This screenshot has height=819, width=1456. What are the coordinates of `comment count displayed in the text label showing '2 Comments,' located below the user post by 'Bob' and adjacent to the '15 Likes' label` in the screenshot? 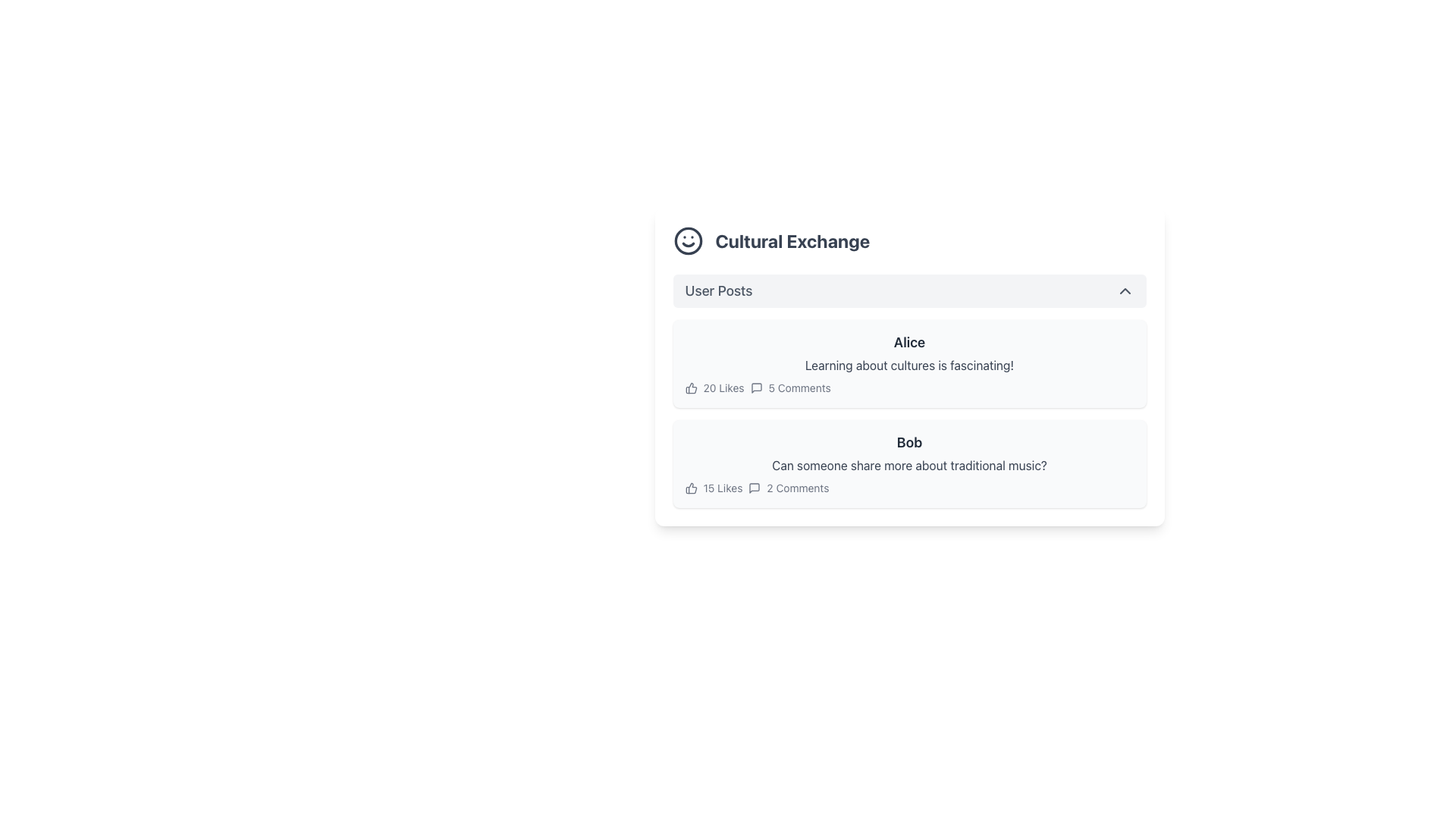 It's located at (797, 488).